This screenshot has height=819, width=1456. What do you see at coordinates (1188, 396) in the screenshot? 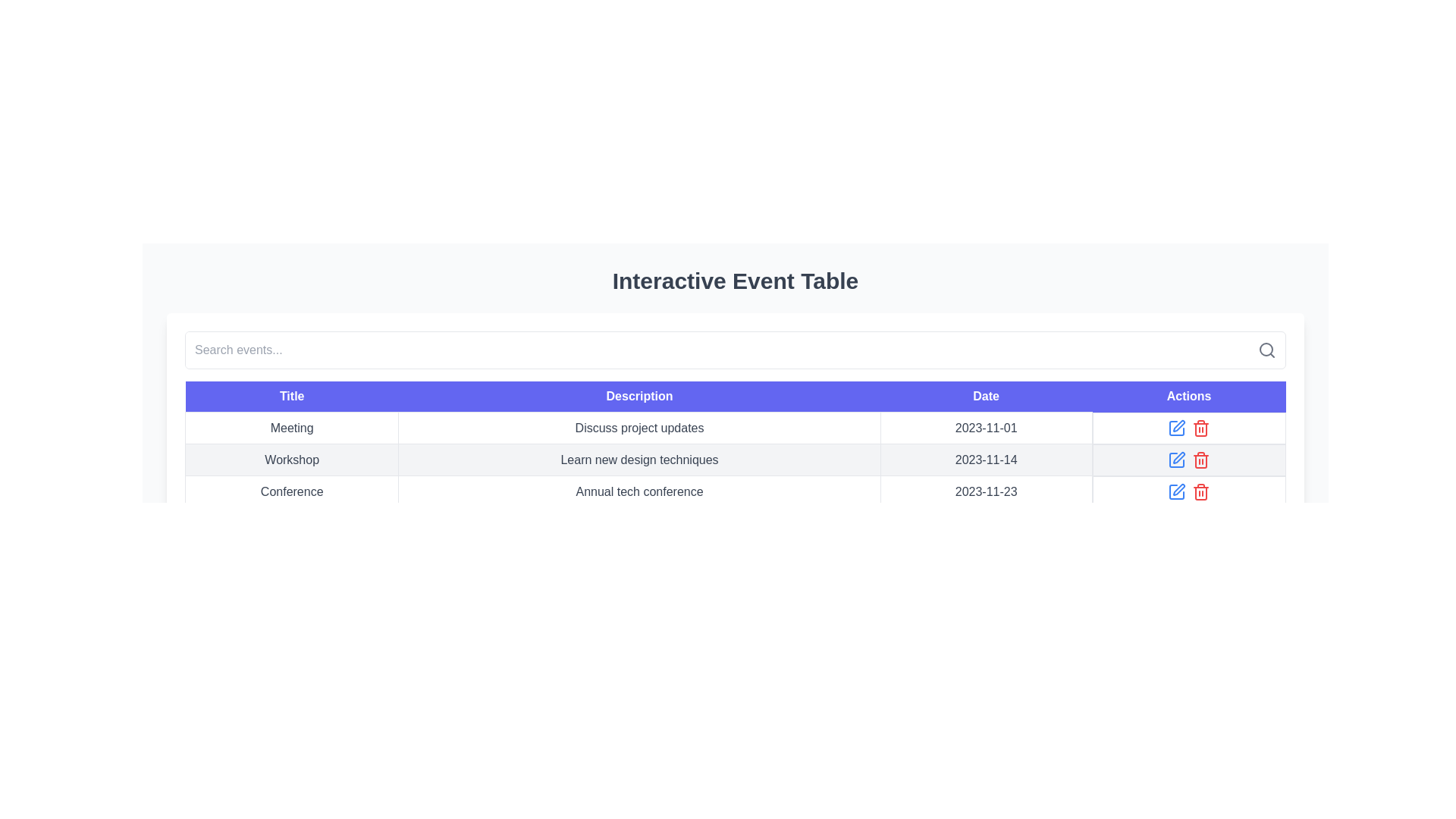
I see `the text header labeled 'Actions', which has a purple background and white text, located as the last header in a row of table headers` at bounding box center [1188, 396].